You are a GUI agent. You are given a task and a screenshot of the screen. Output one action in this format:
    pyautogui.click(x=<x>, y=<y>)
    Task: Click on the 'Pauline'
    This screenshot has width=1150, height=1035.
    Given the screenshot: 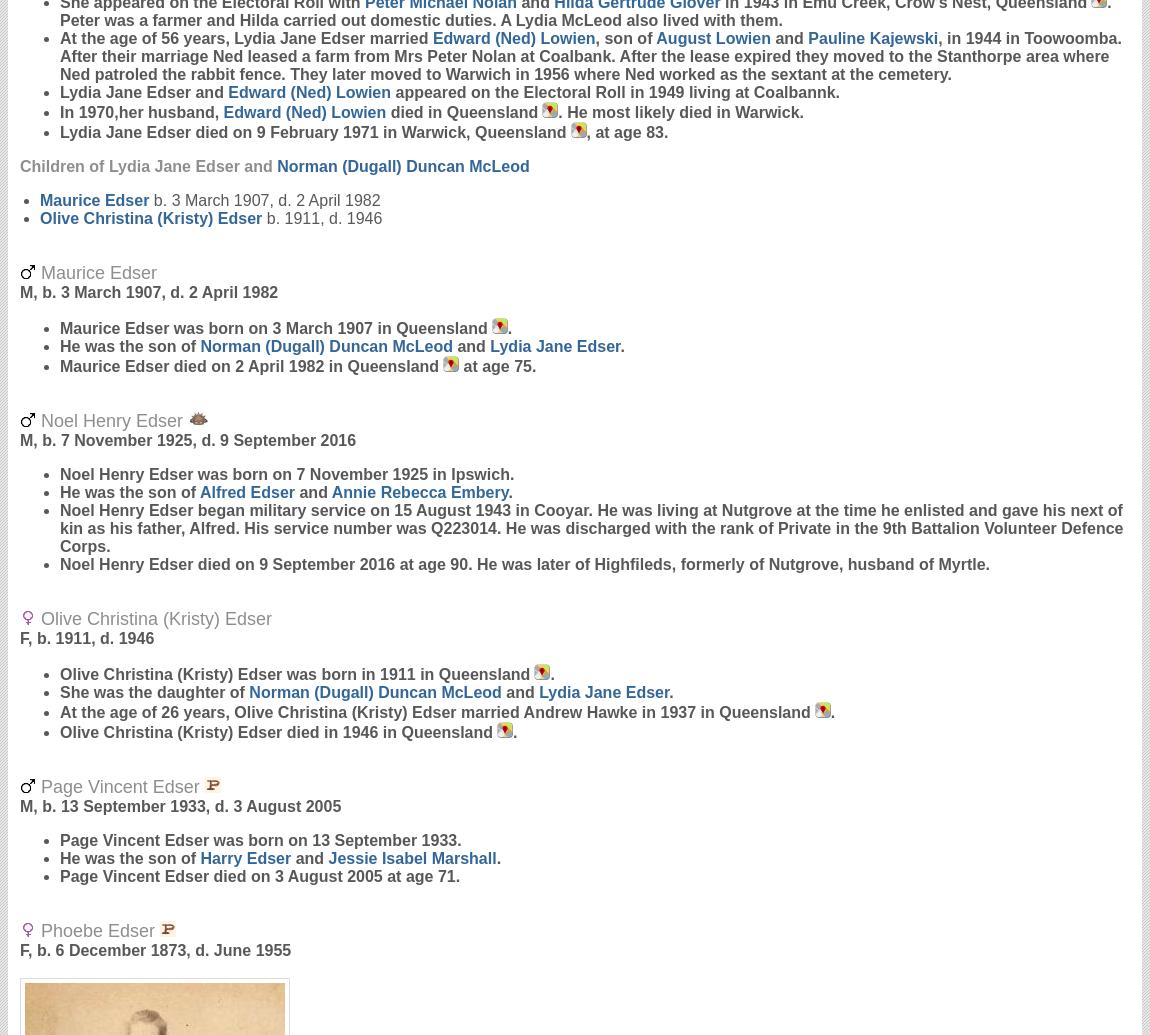 What is the action you would take?
    pyautogui.click(x=837, y=38)
    